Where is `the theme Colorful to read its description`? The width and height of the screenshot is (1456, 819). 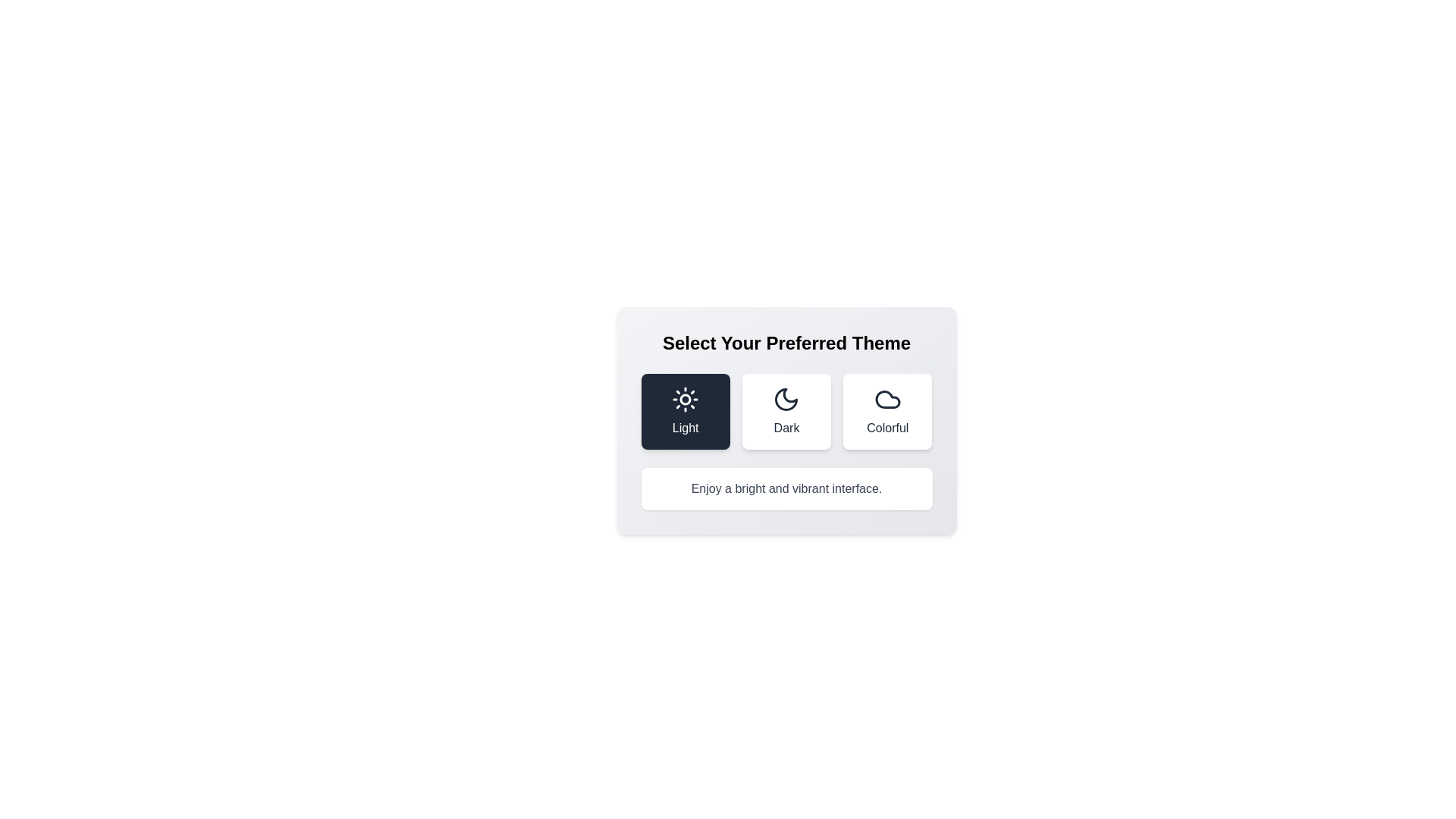
the theme Colorful to read its description is located at coordinates (888, 412).